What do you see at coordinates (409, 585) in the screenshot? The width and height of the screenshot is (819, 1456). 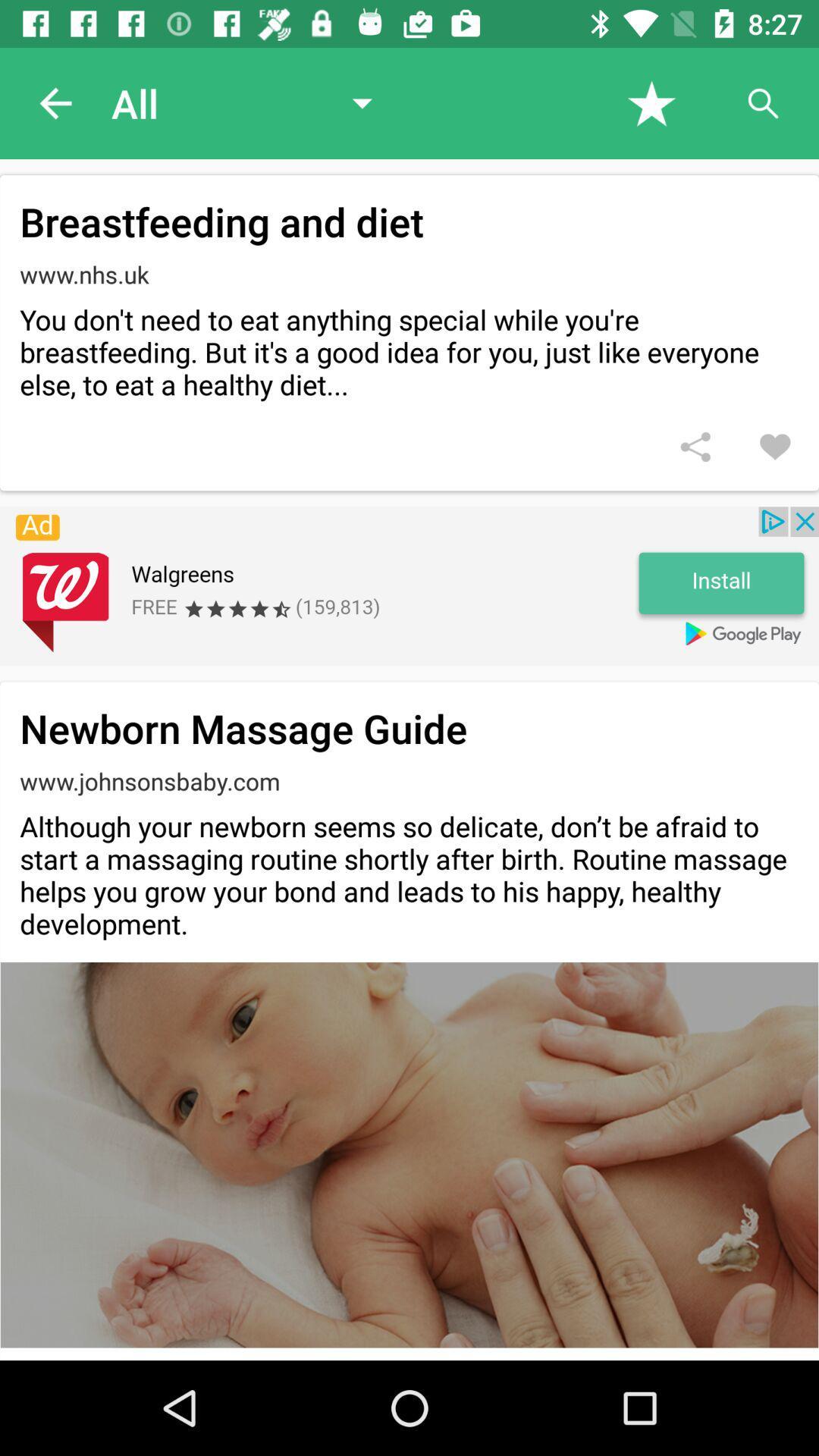 I see `details about advertisement` at bounding box center [409, 585].